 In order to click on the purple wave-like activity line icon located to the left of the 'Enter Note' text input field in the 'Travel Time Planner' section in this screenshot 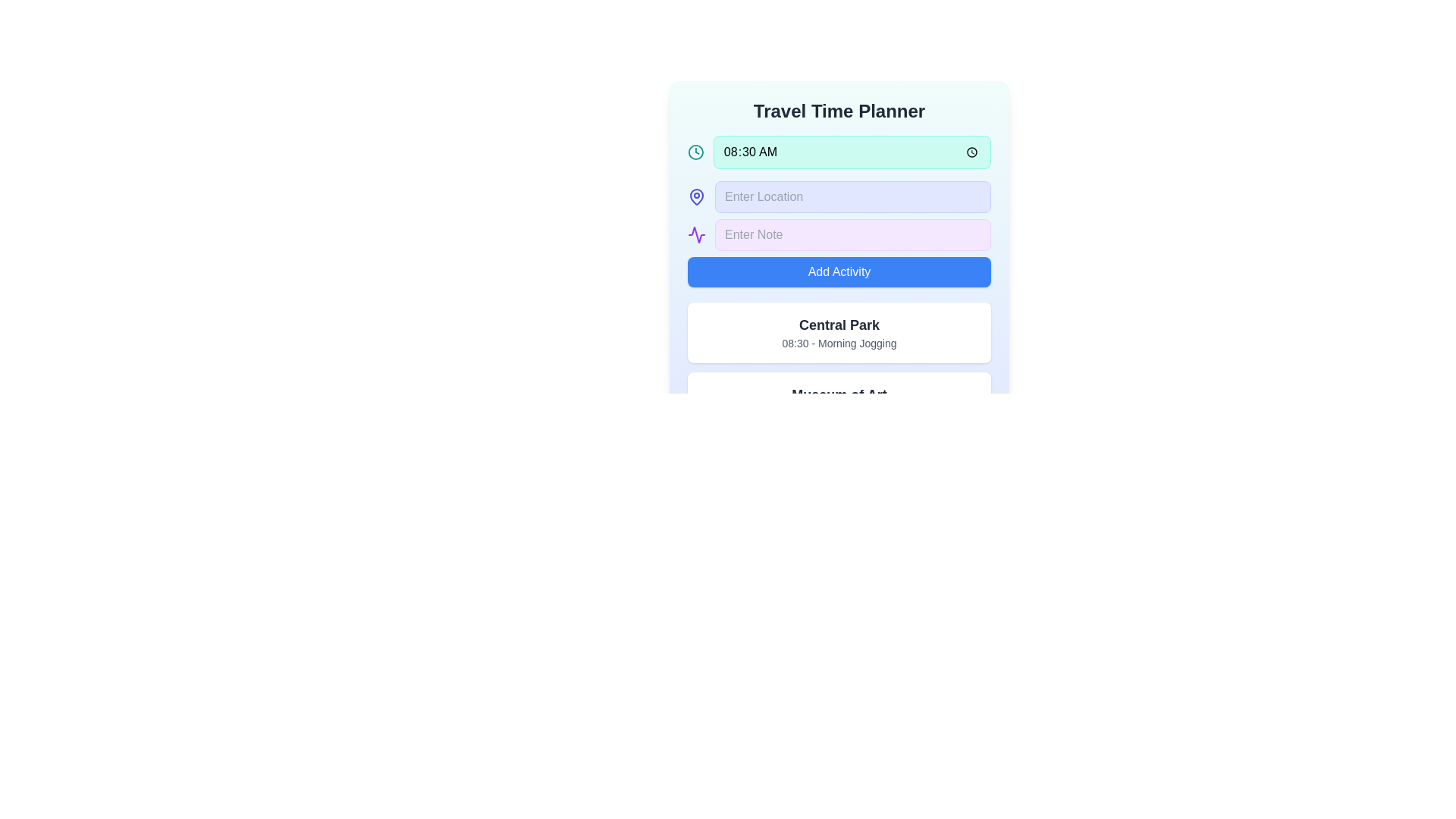, I will do `click(695, 234)`.